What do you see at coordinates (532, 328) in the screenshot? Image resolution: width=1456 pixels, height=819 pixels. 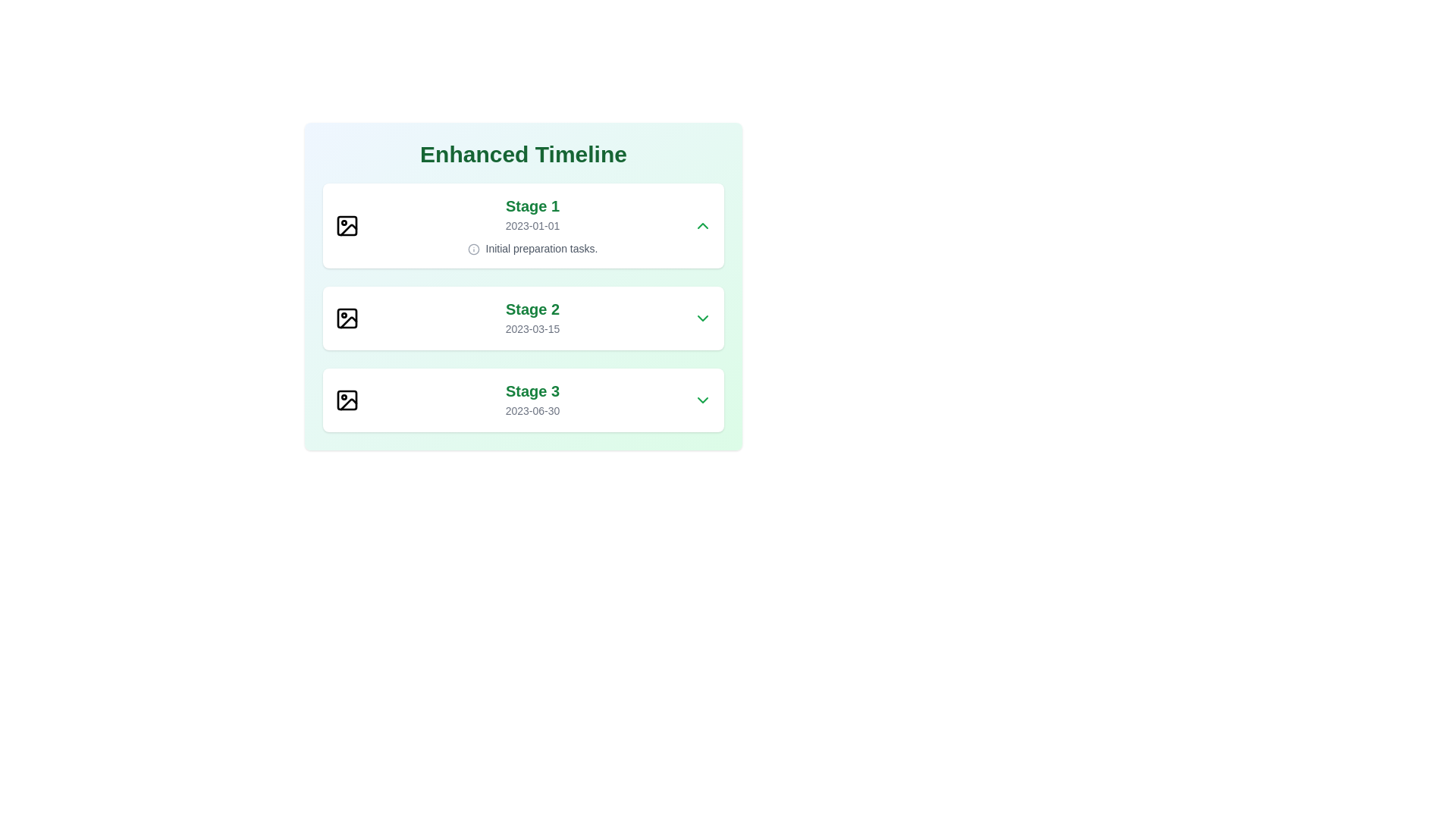 I see `the text displaying the date '2023-03-15' which is located below the title 'Stage 2' in the timeline` at bounding box center [532, 328].